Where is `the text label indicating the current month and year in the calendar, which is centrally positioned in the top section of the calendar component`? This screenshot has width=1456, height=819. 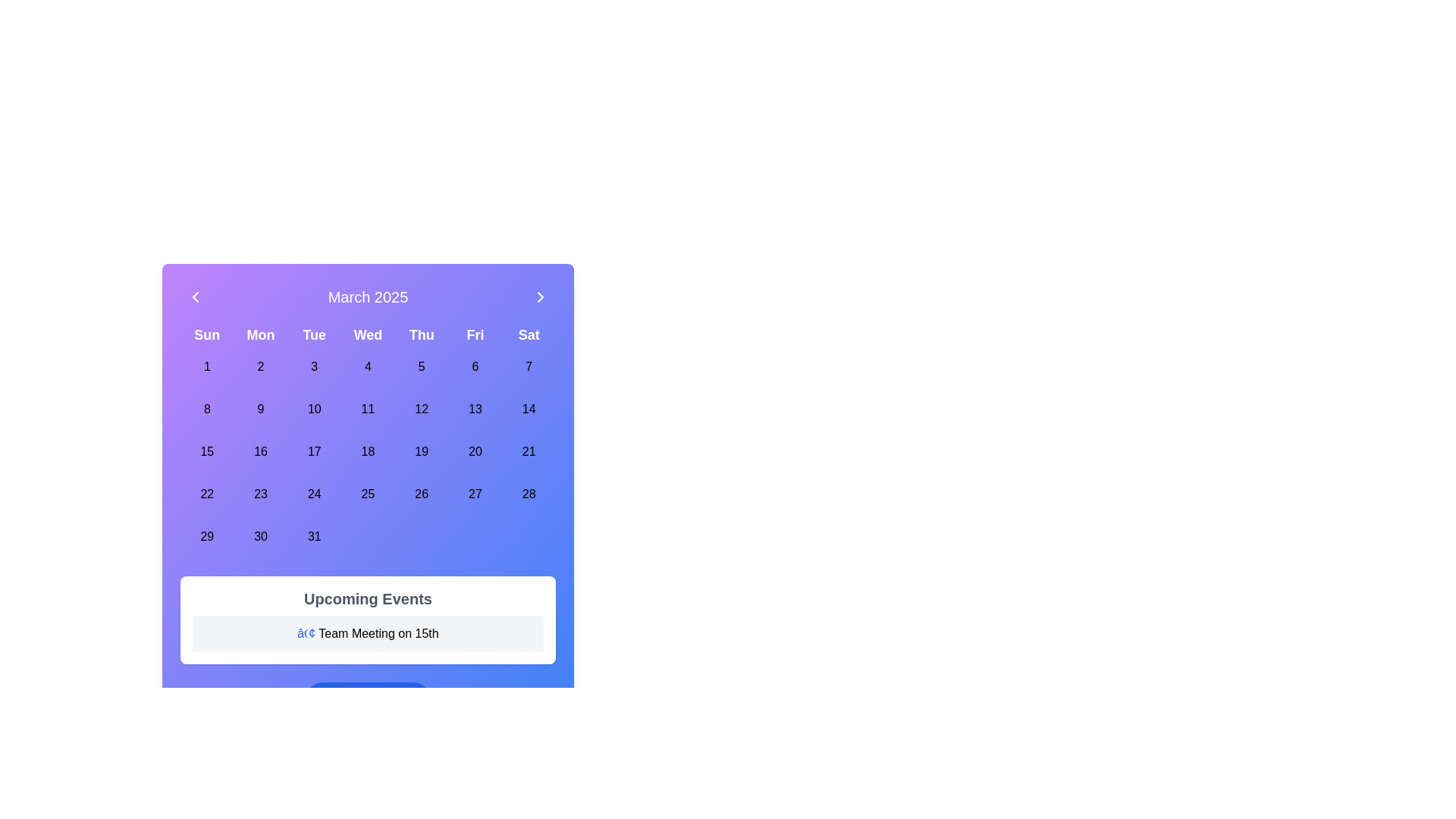
the text label indicating the current month and year in the calendar, which is centrally positioned in the top section of the calendar component is located at coordinates (368, 297).